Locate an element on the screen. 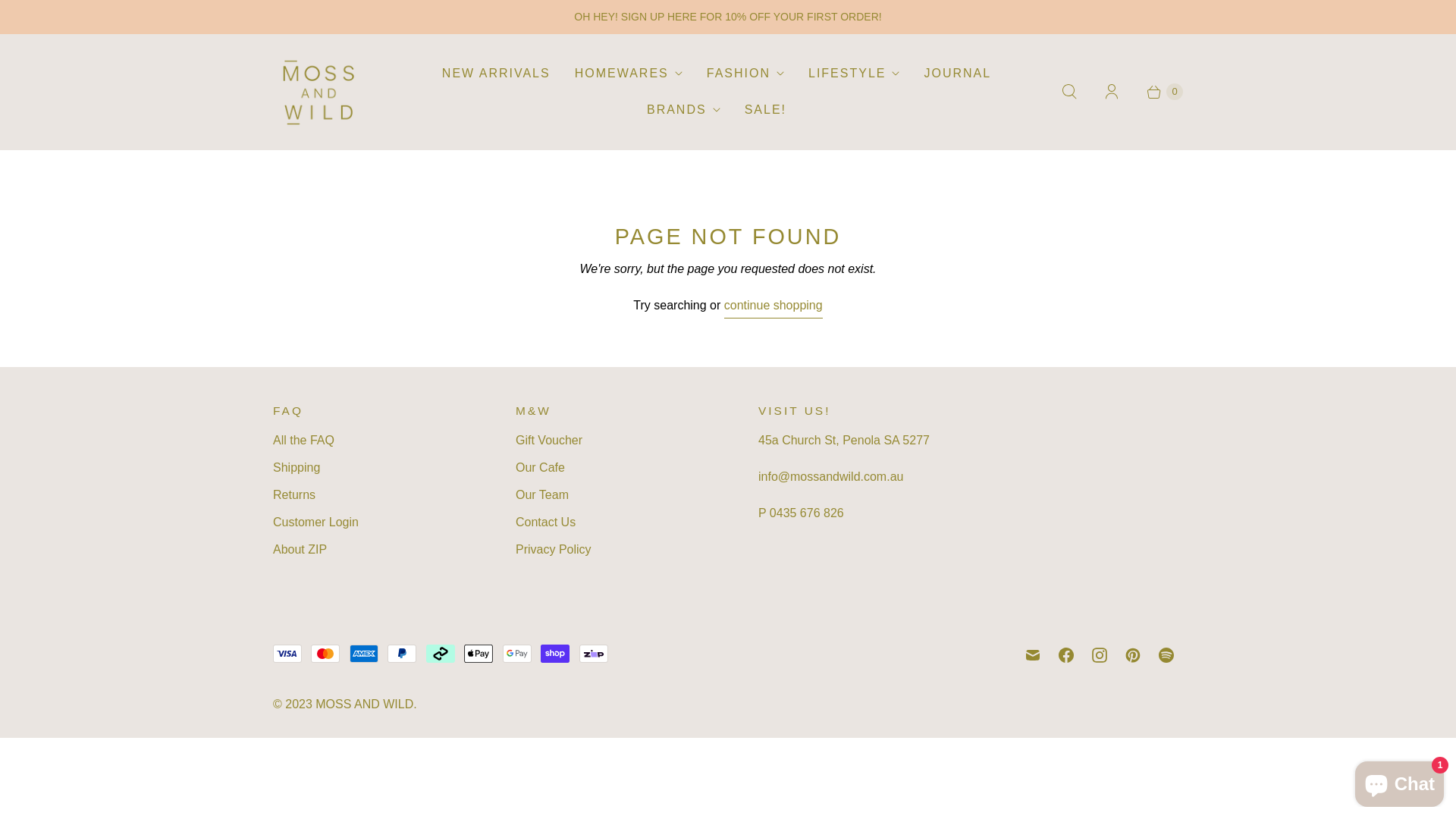 This screenshot has height=819, width=1456. 'Contact Us' is located at coordinates (545, 521).